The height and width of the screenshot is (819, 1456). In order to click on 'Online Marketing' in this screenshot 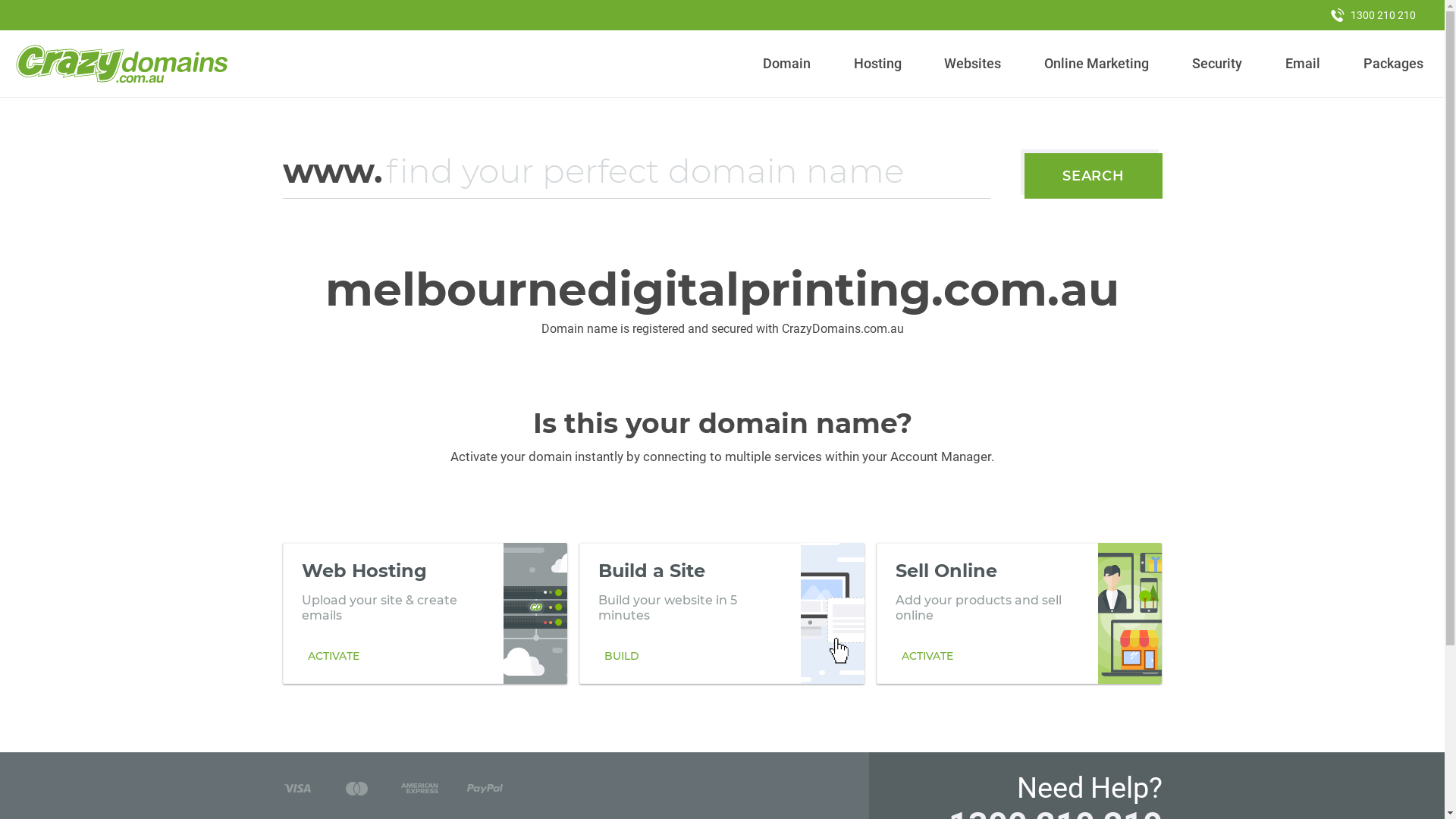, I will do `click(1097, 63)`.